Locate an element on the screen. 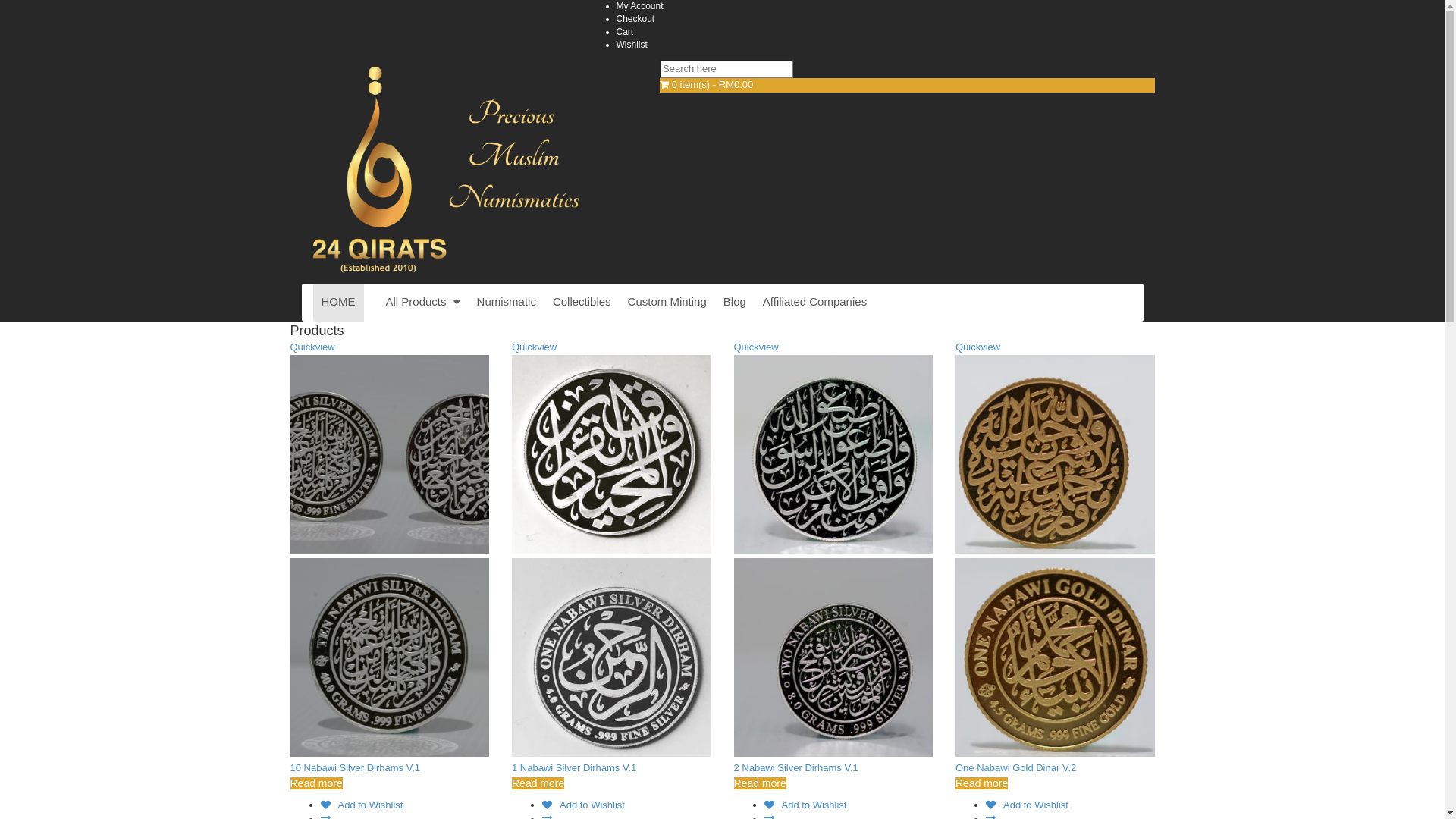 Image resolution: width=1456 pixels, height=819 pixels. 'Blog' is located at coordinates (735, 302).